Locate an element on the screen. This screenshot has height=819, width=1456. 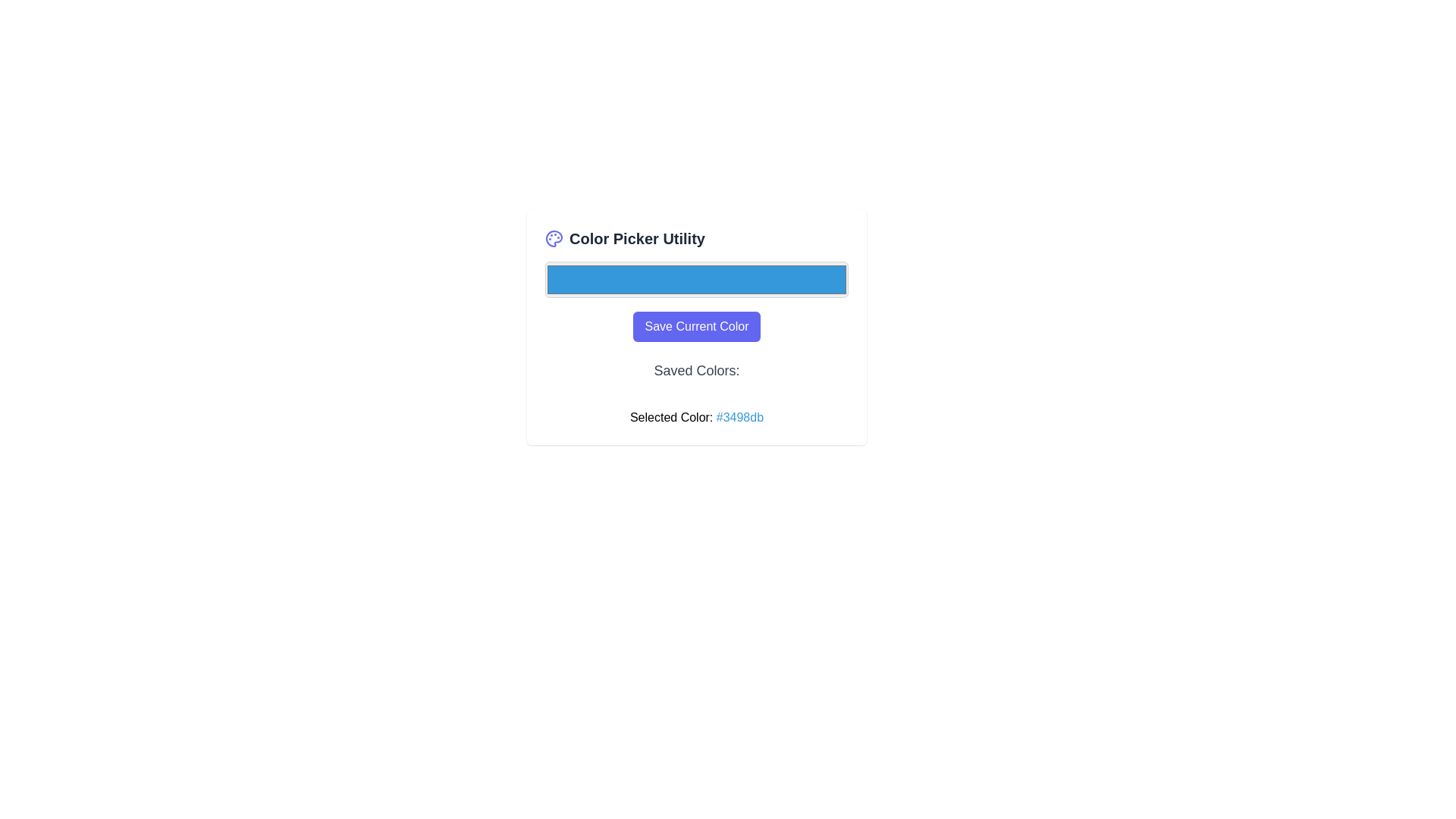
the Text label that displays the currently selected color in the Color Picker Utility card layout, located below the 'Saved Colors:' label is located at coordinates (695, 418).